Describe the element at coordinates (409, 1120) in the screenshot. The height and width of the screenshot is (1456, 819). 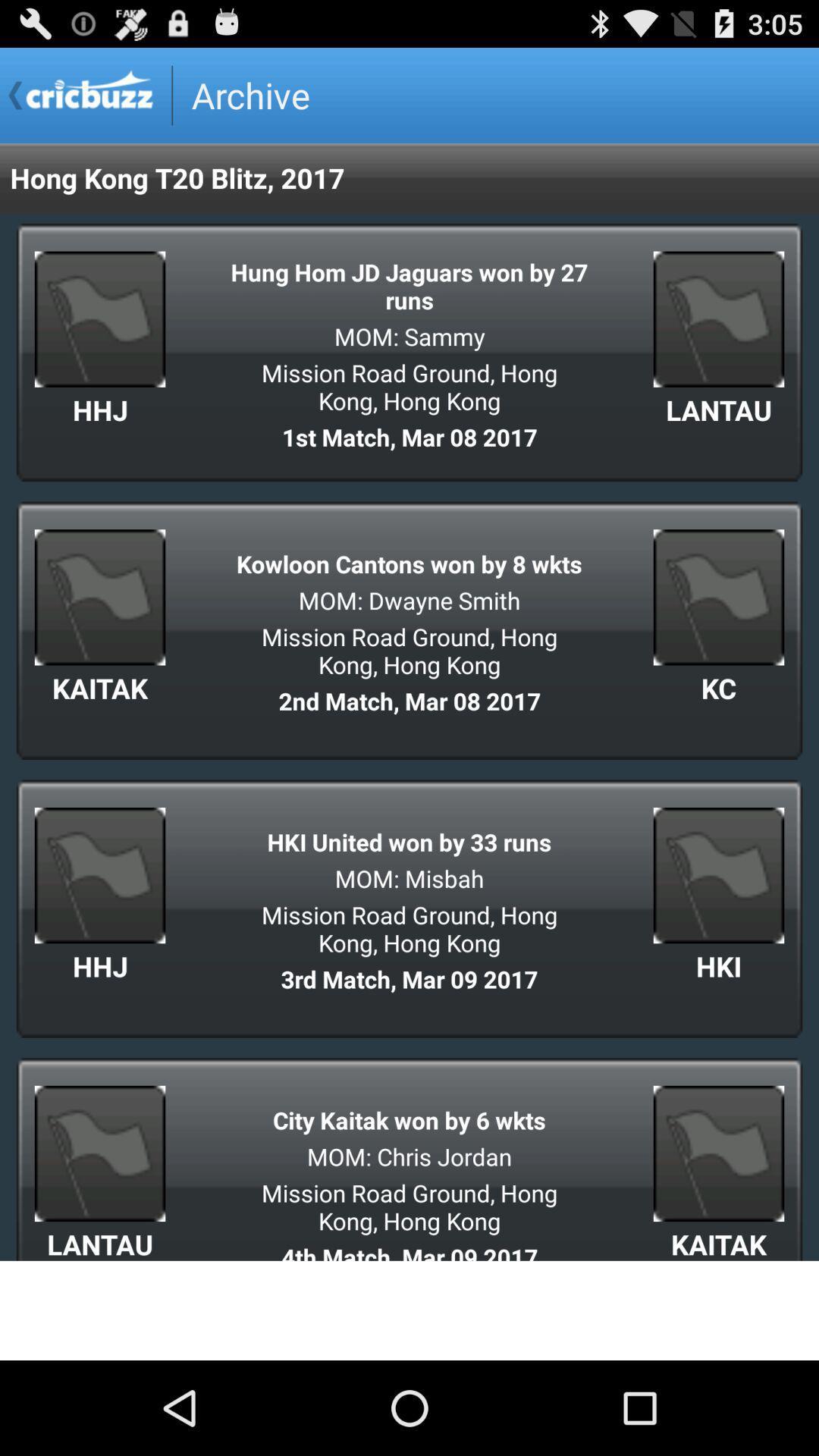
I see `the item above mom: chris jordan app` at that location.